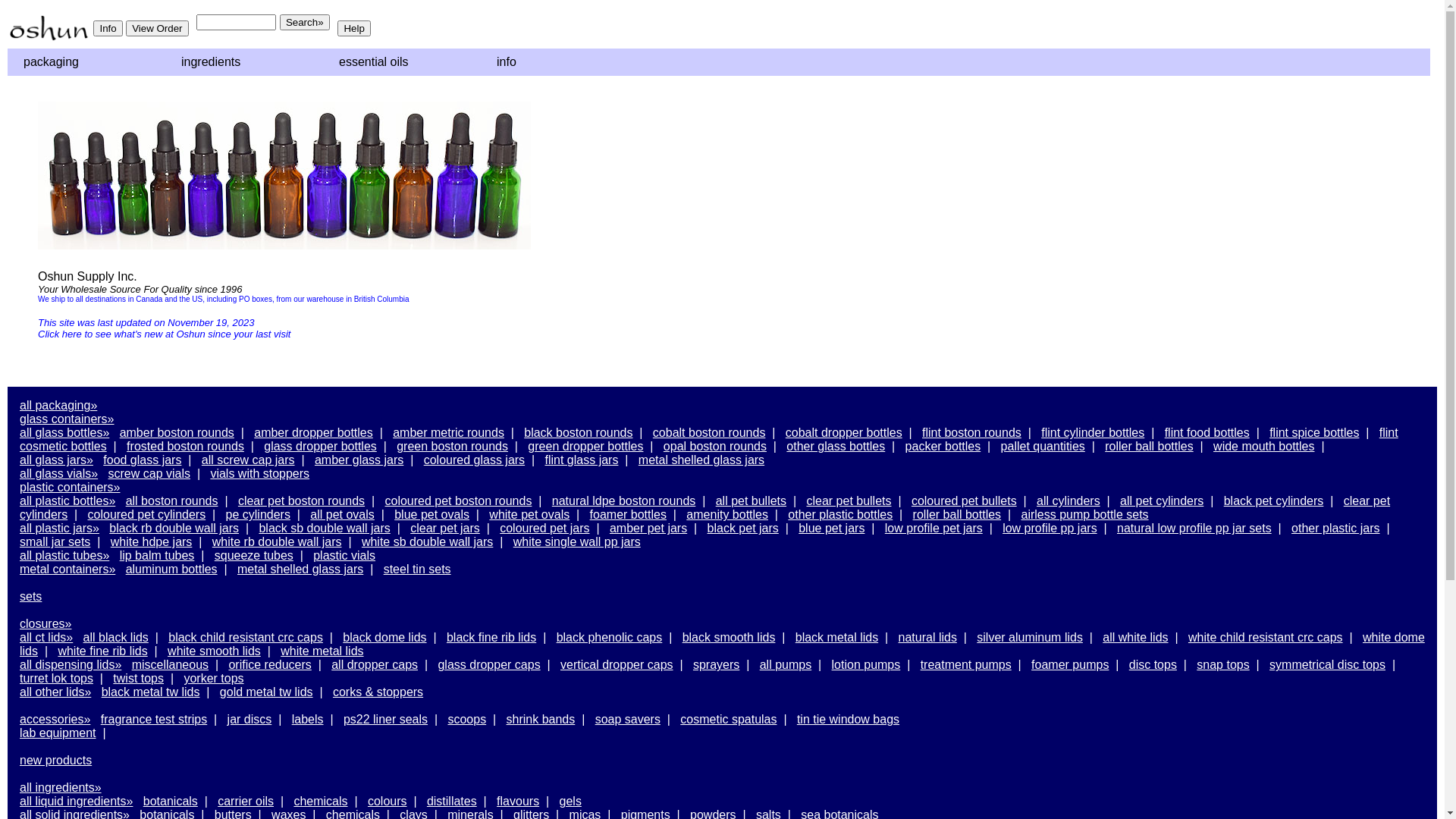 This screenshot has width=1456, height=819. What do you see at coordinates (367, 800) in the screenshot?
I see `'colours'` at bounding box center [367, 800].